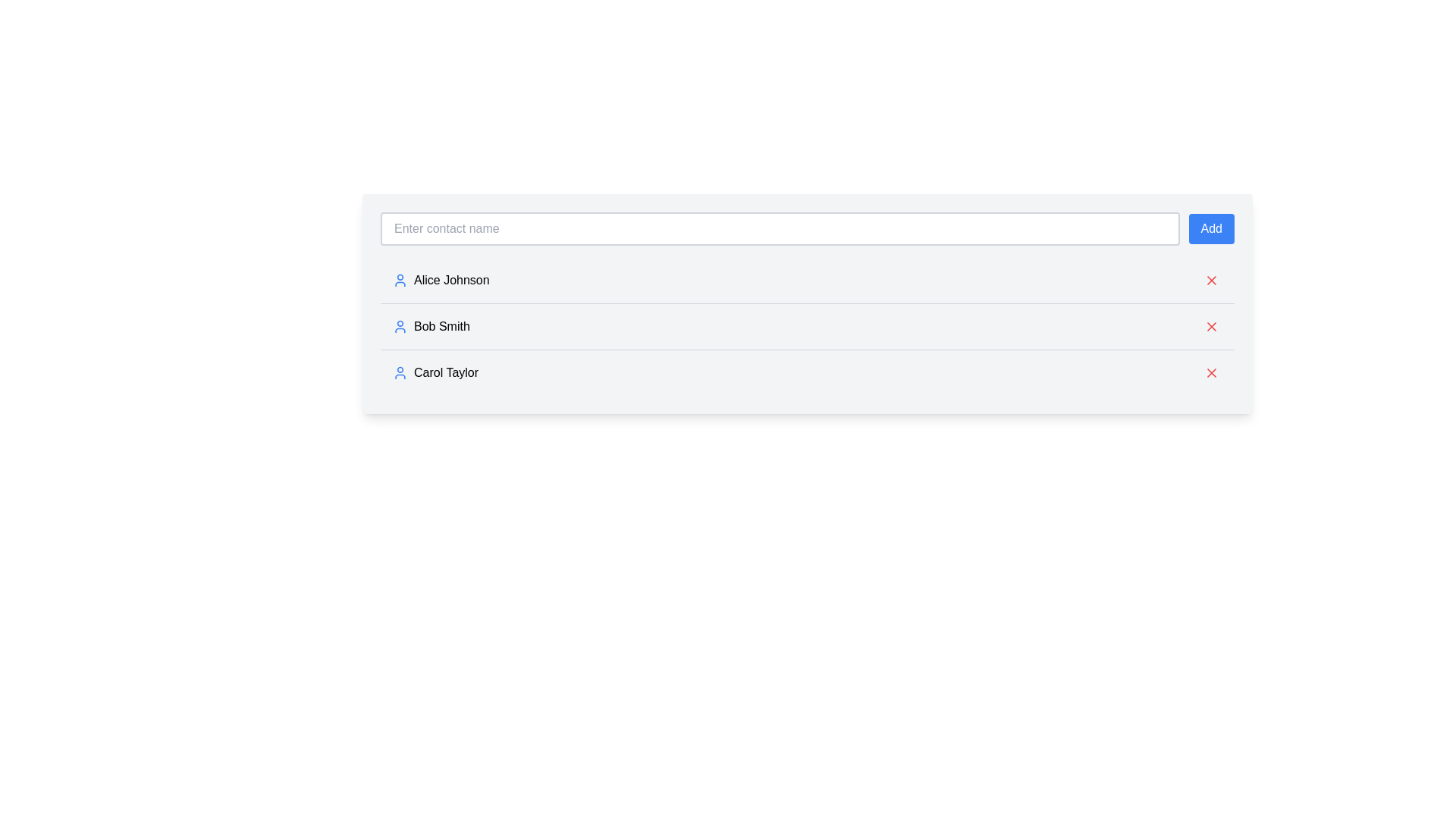 The height and width of the screenshot is (819, 1456). Describe the element at coordinates (441, 326) in the screenshot. I see `the text label representing the name of a listed contact, which is located in the second row of a vertical contact list, next to a user icon and above a red delete icon` at that location.